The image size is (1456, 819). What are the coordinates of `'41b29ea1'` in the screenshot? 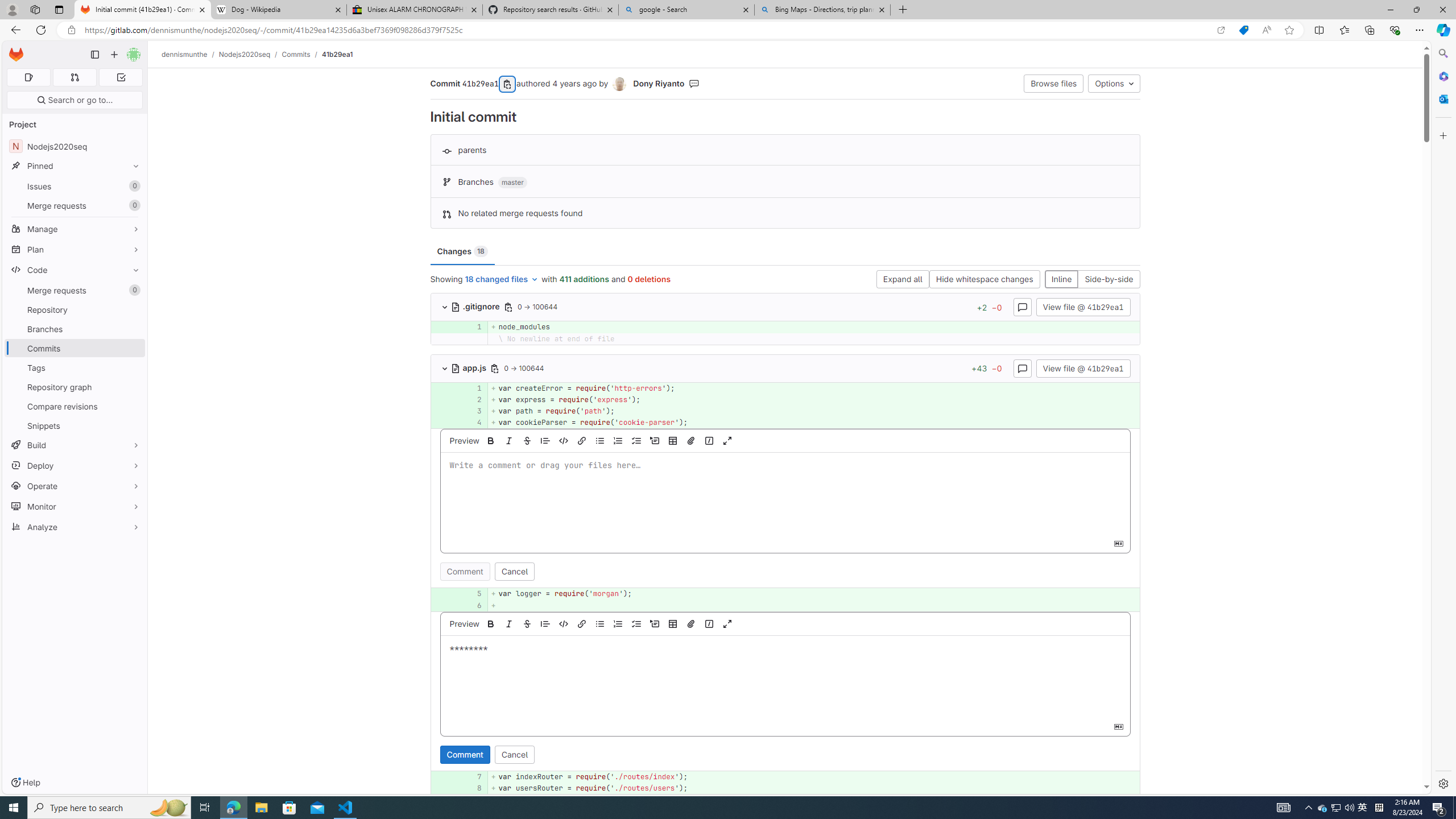 It's located at (337, 54).